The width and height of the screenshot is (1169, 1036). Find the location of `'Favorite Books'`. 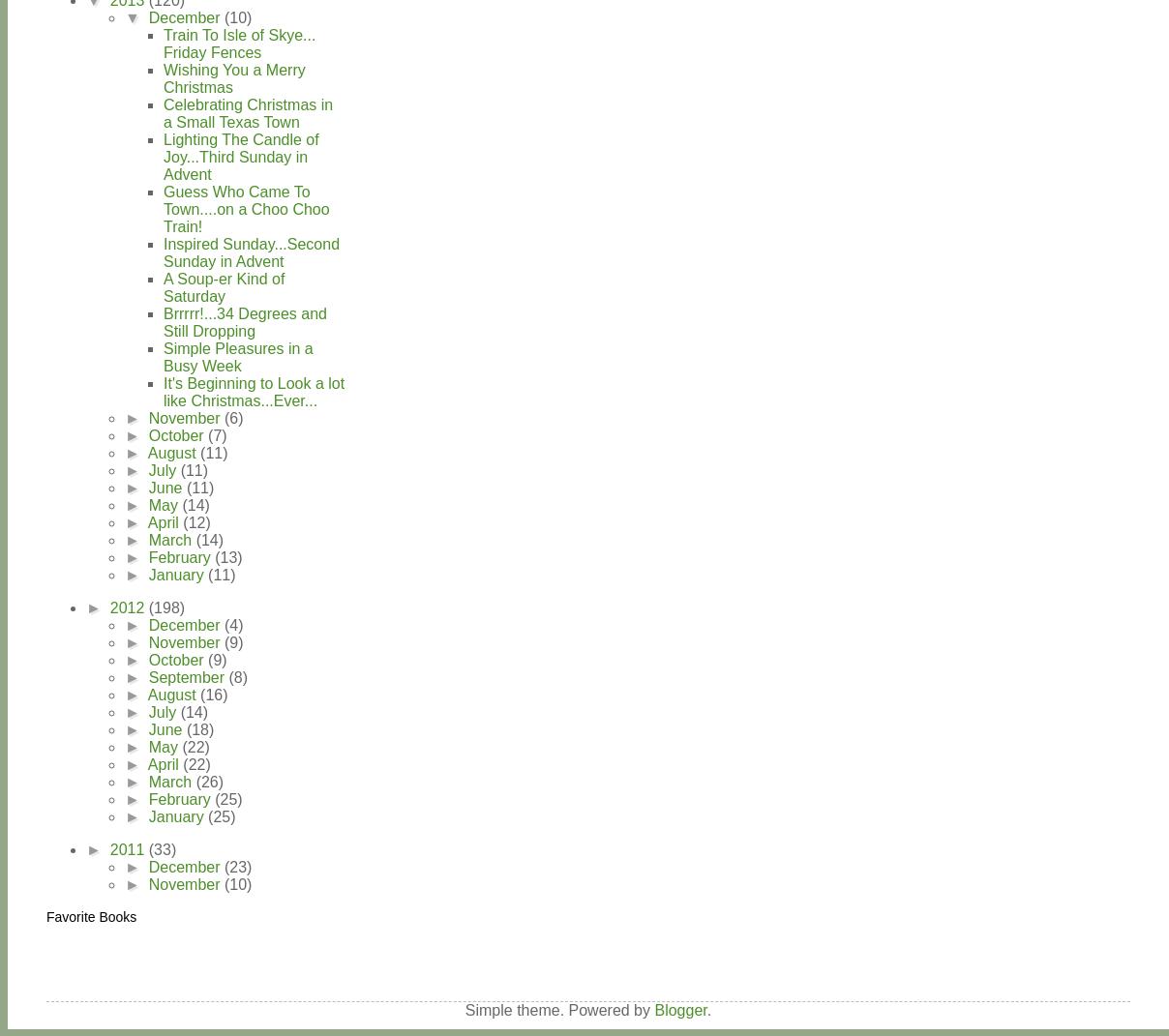

'Favorite Books' is located at coordinates (90, 914).